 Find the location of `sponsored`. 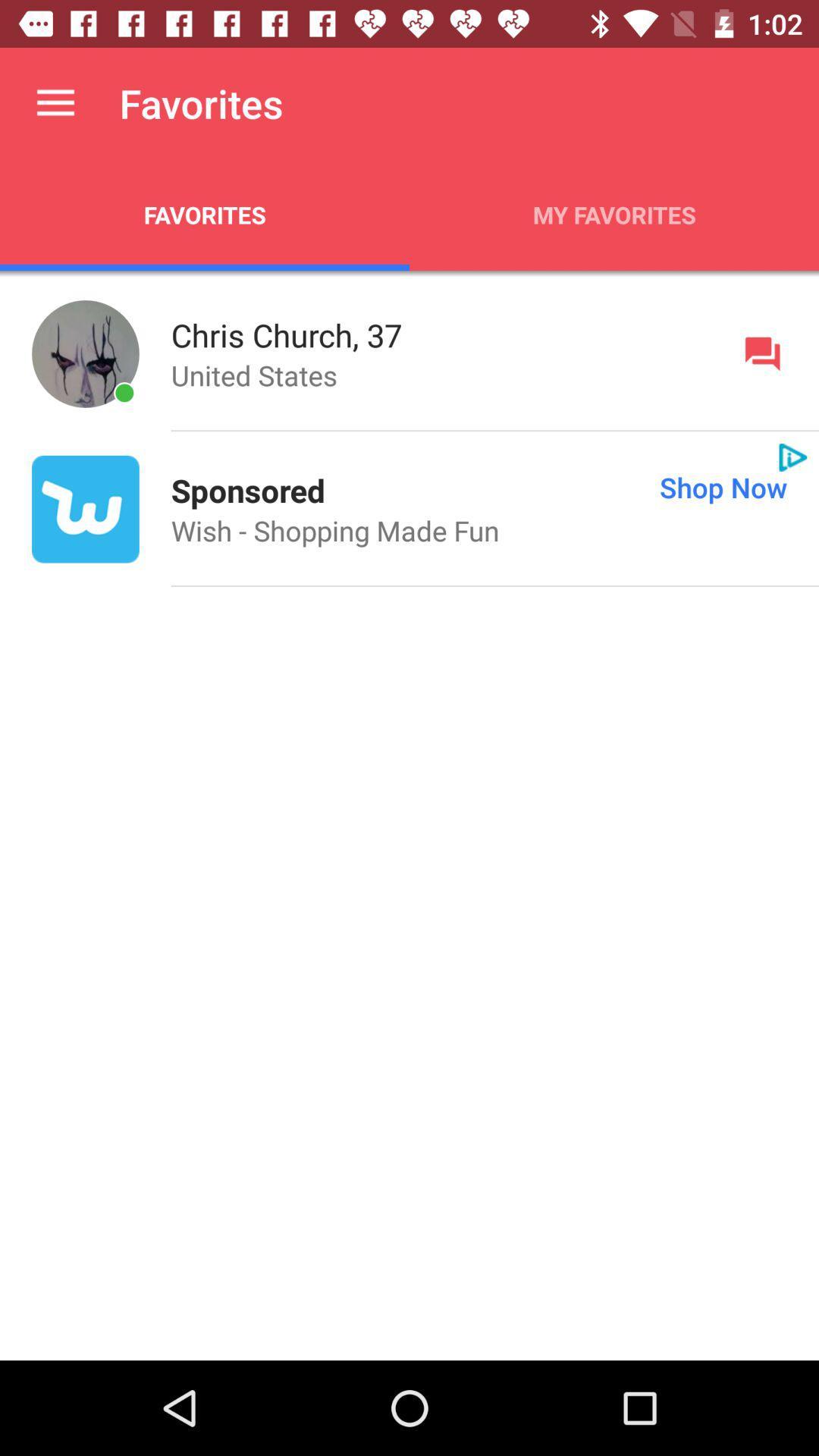

sponsored is located at coordinates (247, 490).